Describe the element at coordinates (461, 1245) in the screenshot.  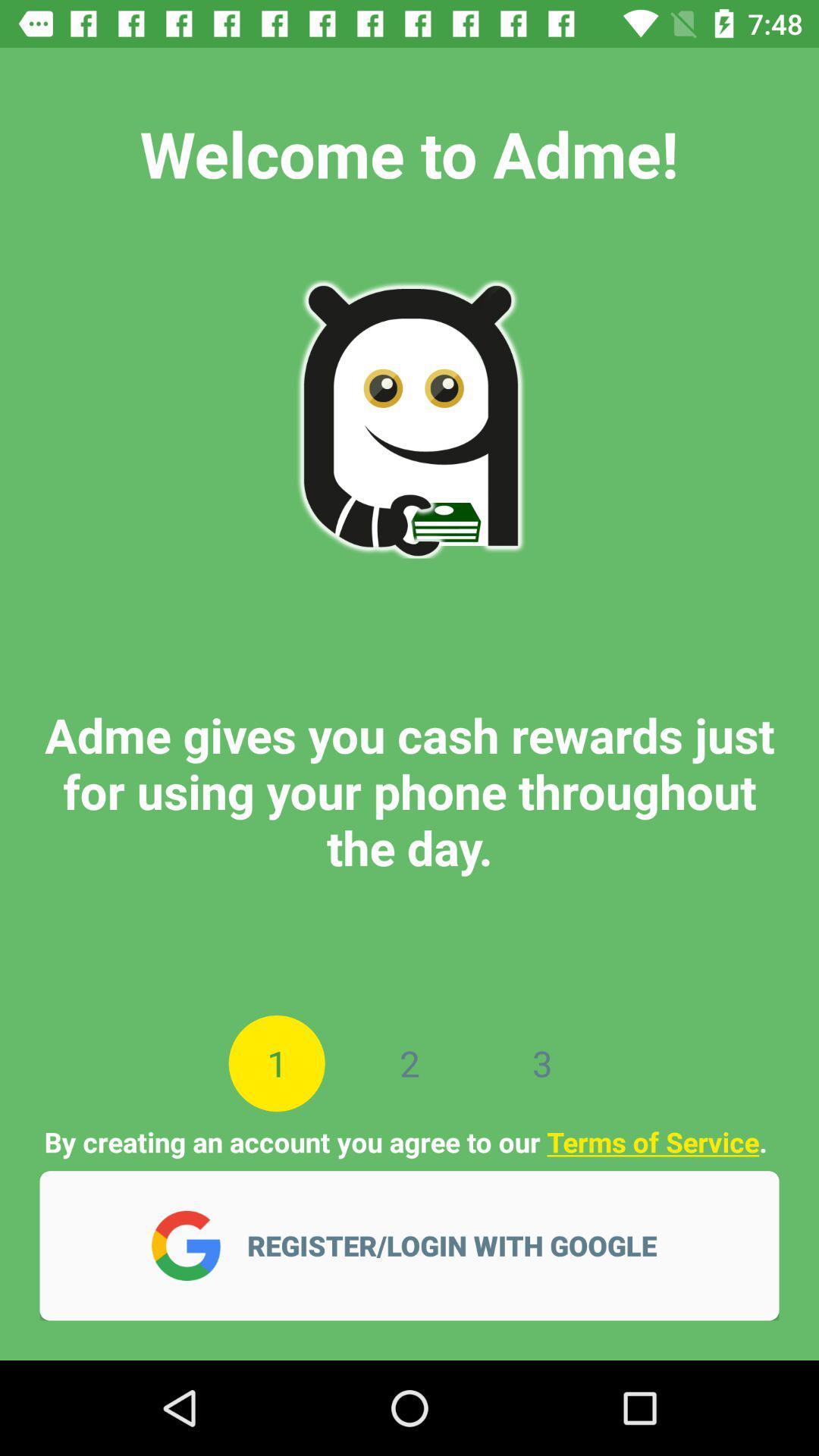
I see `the register login with` at that location.